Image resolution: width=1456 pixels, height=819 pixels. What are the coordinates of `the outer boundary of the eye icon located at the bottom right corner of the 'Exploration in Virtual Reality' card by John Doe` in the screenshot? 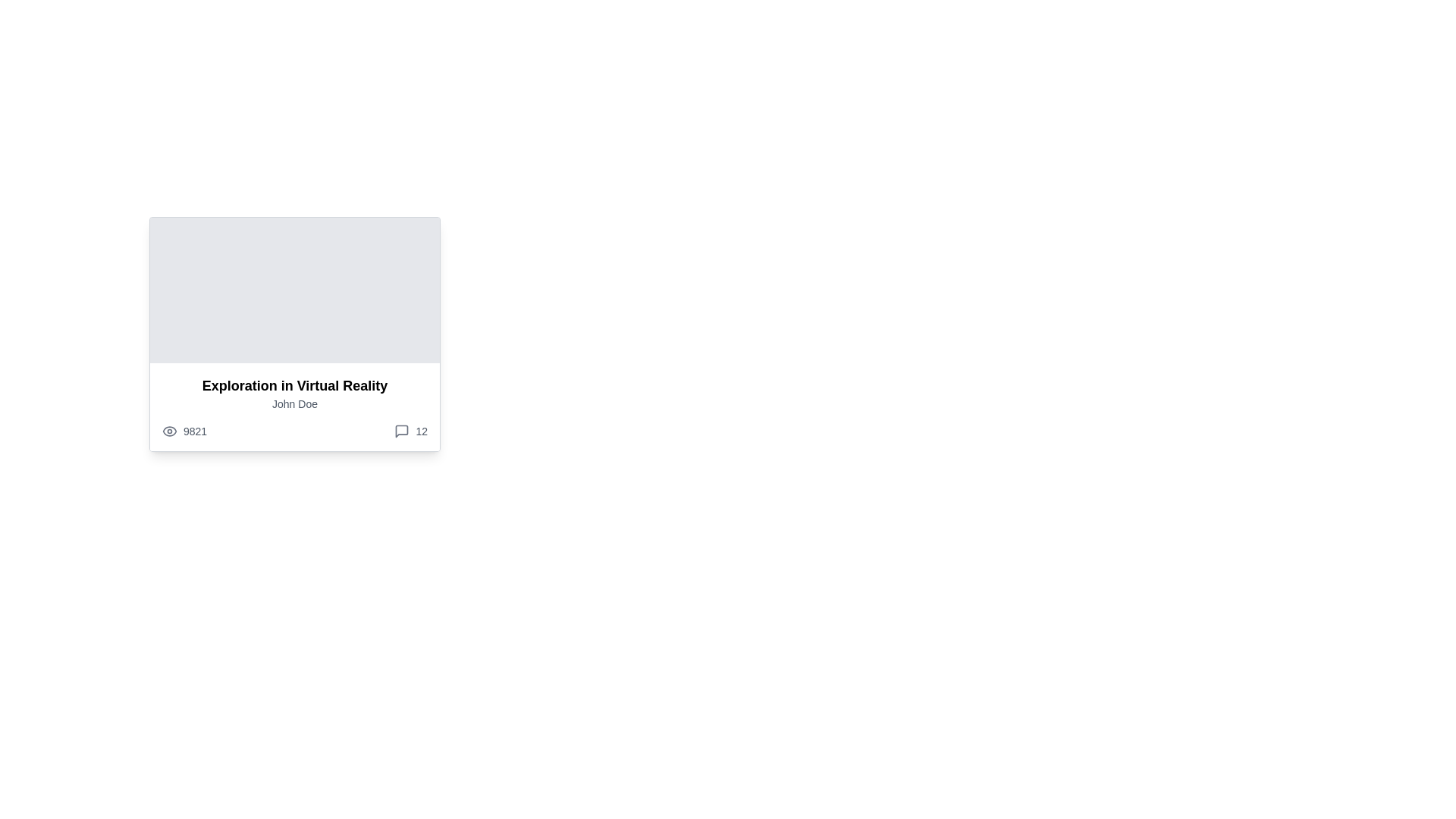 It's located at (170, 431).